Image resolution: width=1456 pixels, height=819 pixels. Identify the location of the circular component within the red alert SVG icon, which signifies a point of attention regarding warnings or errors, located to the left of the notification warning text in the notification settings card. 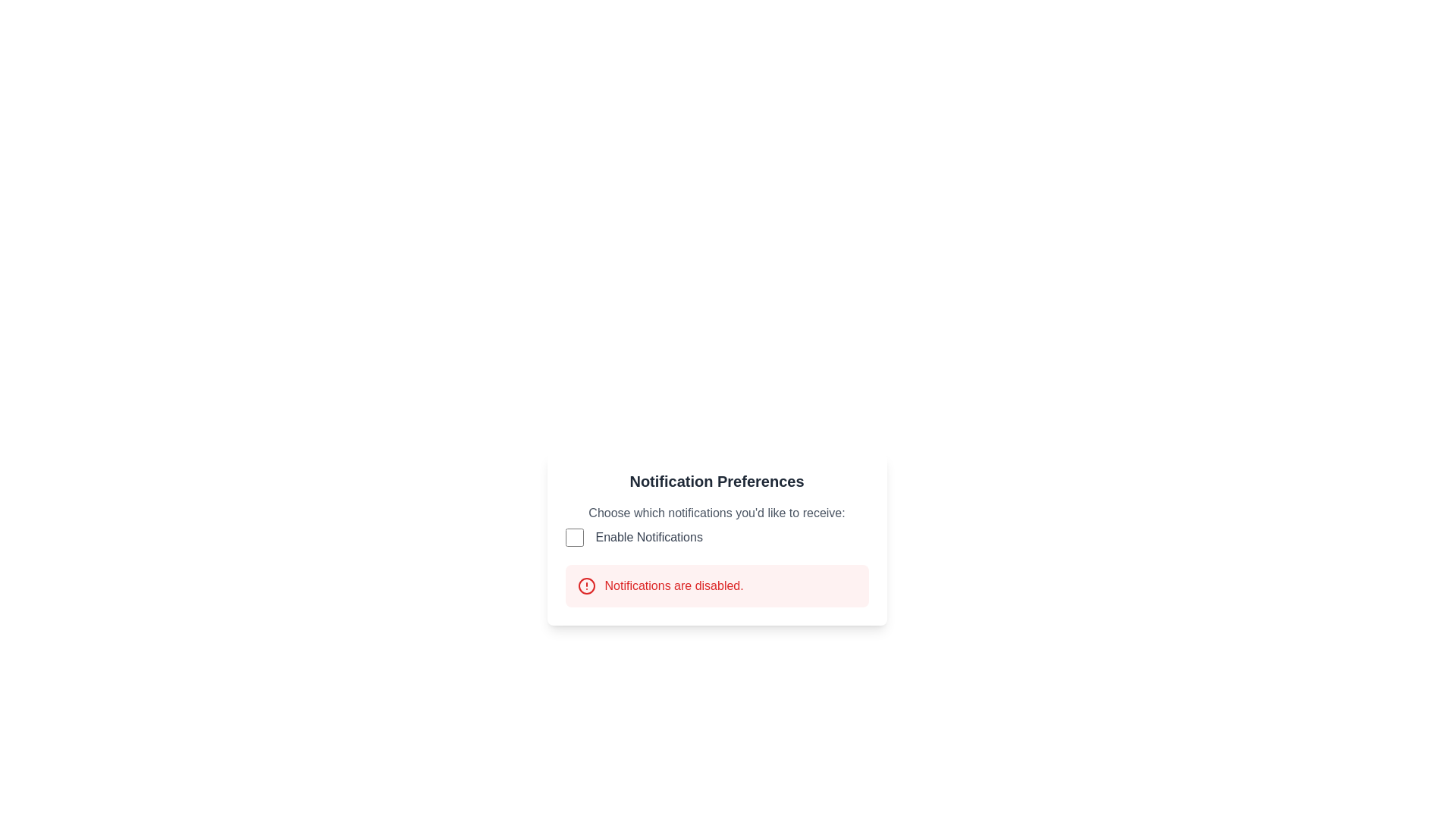
(585, 585).